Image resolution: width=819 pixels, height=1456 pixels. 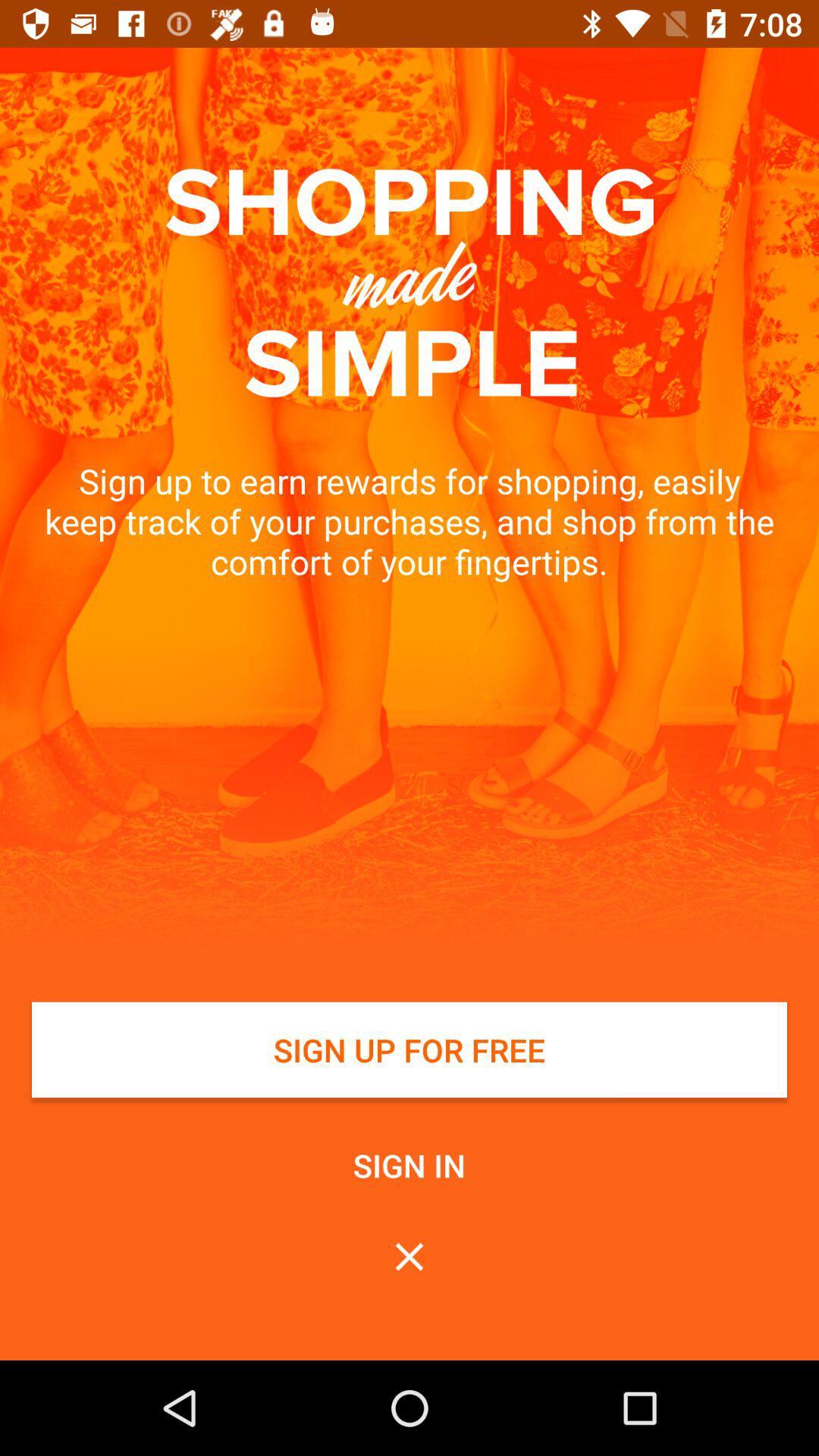 I want to click on button above sign in button, so click(x=408, y=1061).